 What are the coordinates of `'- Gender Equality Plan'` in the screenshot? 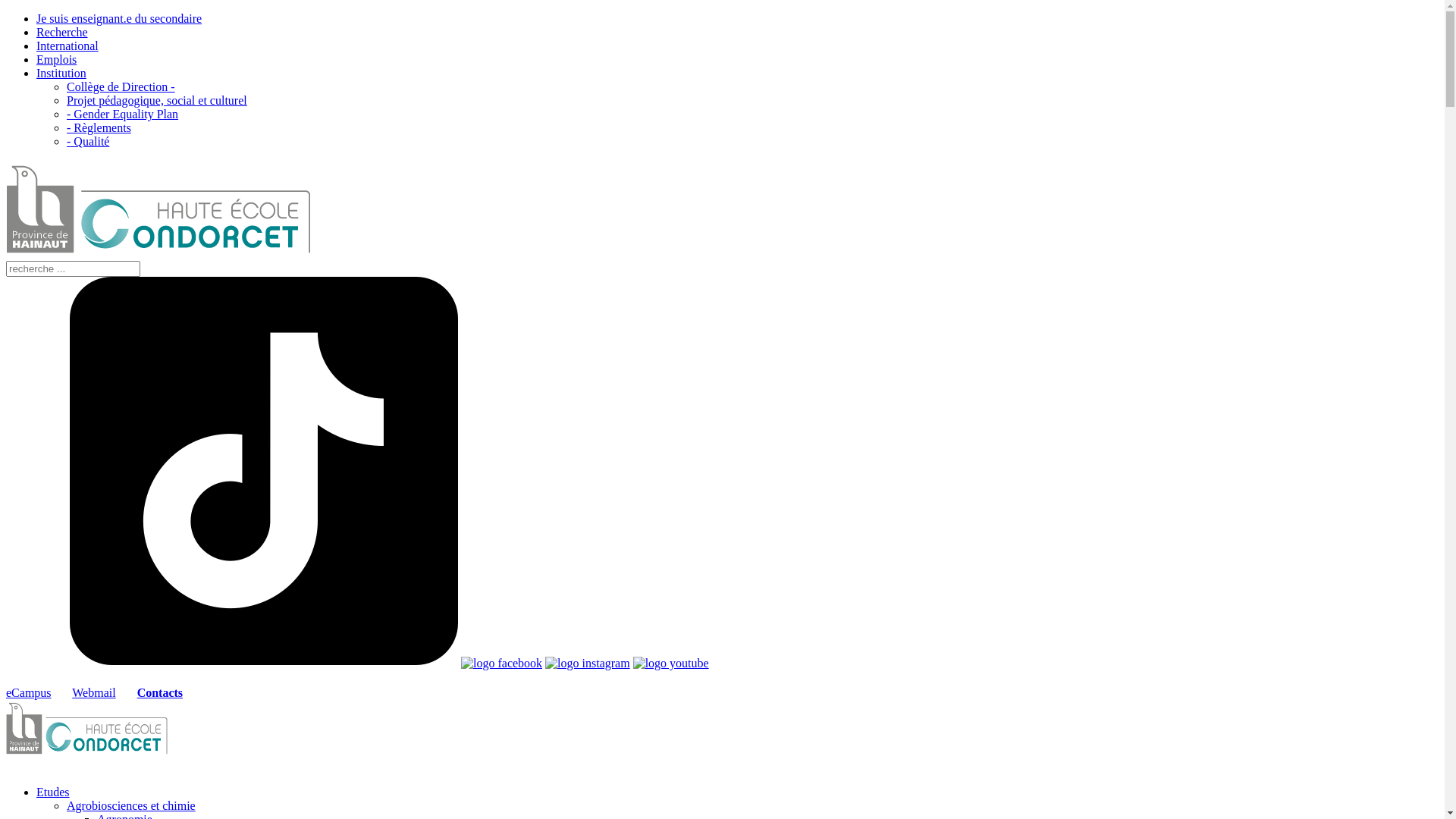 It's located at (122, 113).